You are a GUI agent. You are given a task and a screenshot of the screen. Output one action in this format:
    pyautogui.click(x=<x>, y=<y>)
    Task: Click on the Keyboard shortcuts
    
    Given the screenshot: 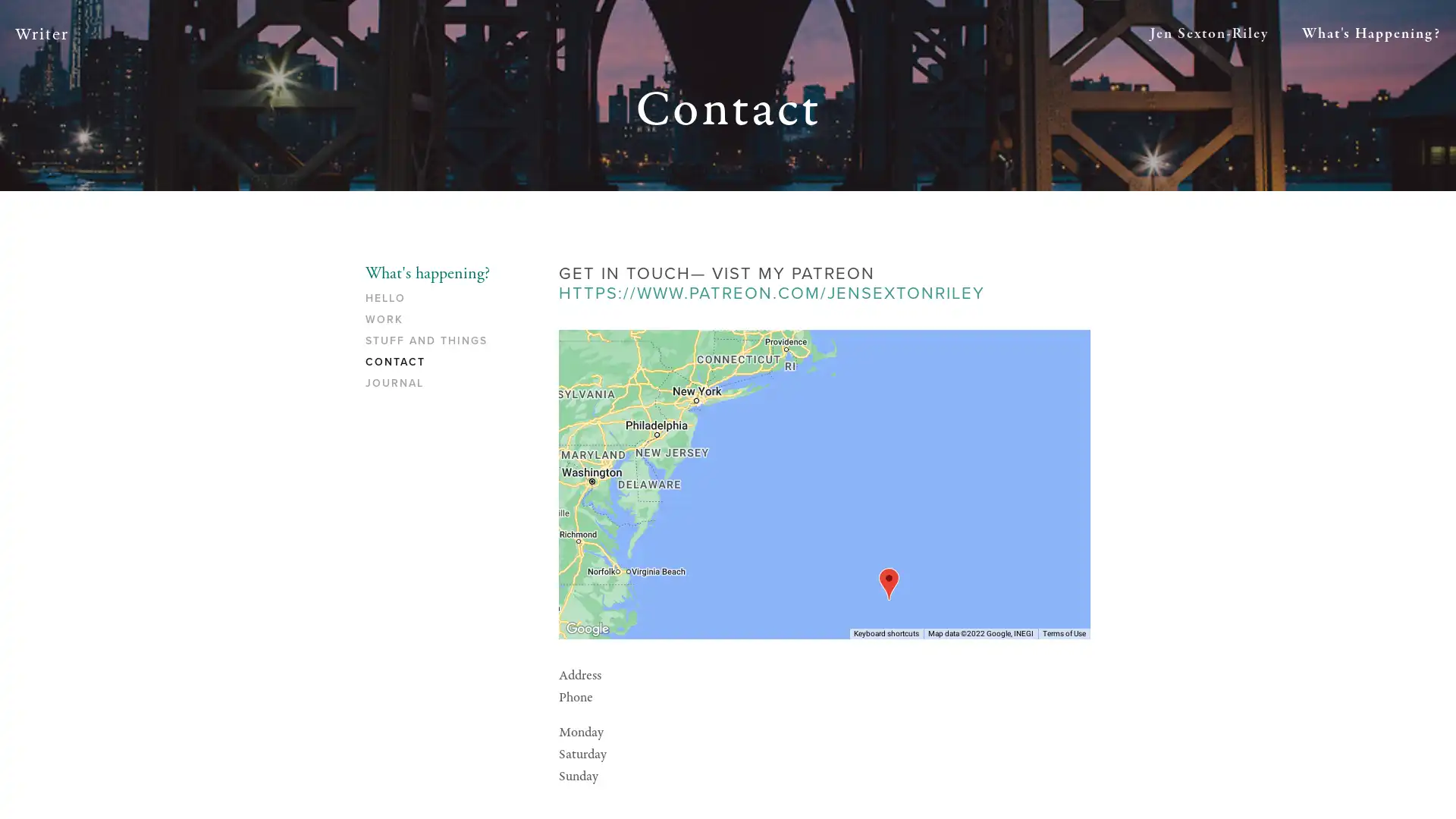 What is the action you would take?
    pyautogui.click(x=886, y=632)
    